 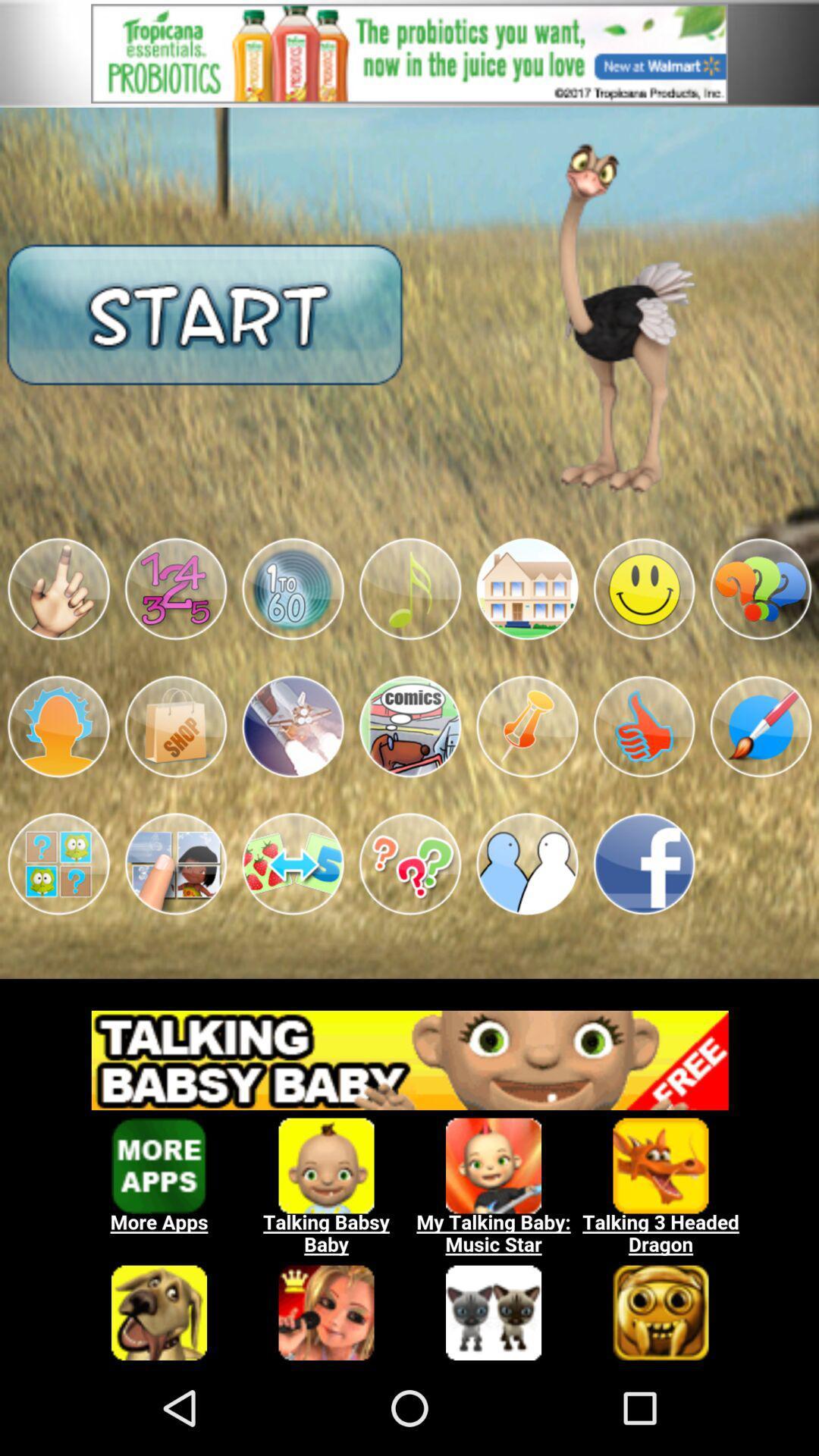 I want to click on for image, so click(x=174, y=588).